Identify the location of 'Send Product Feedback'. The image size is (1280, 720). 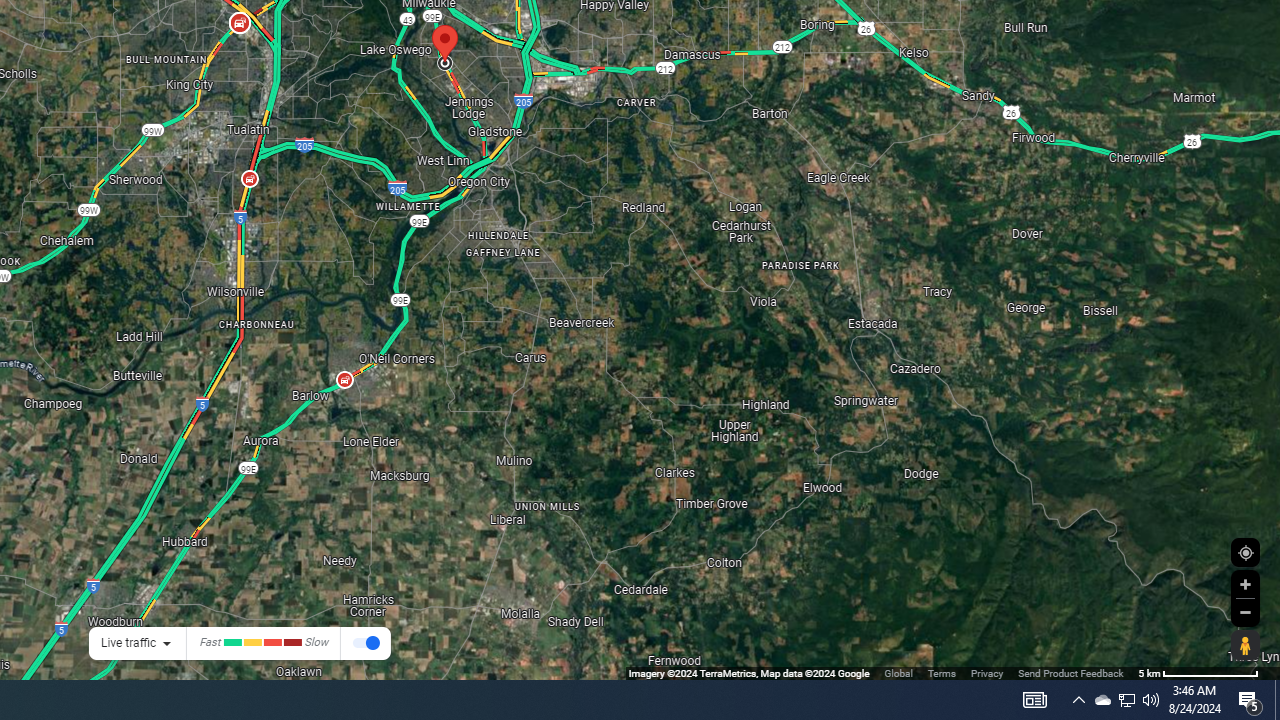
(1069, 673).